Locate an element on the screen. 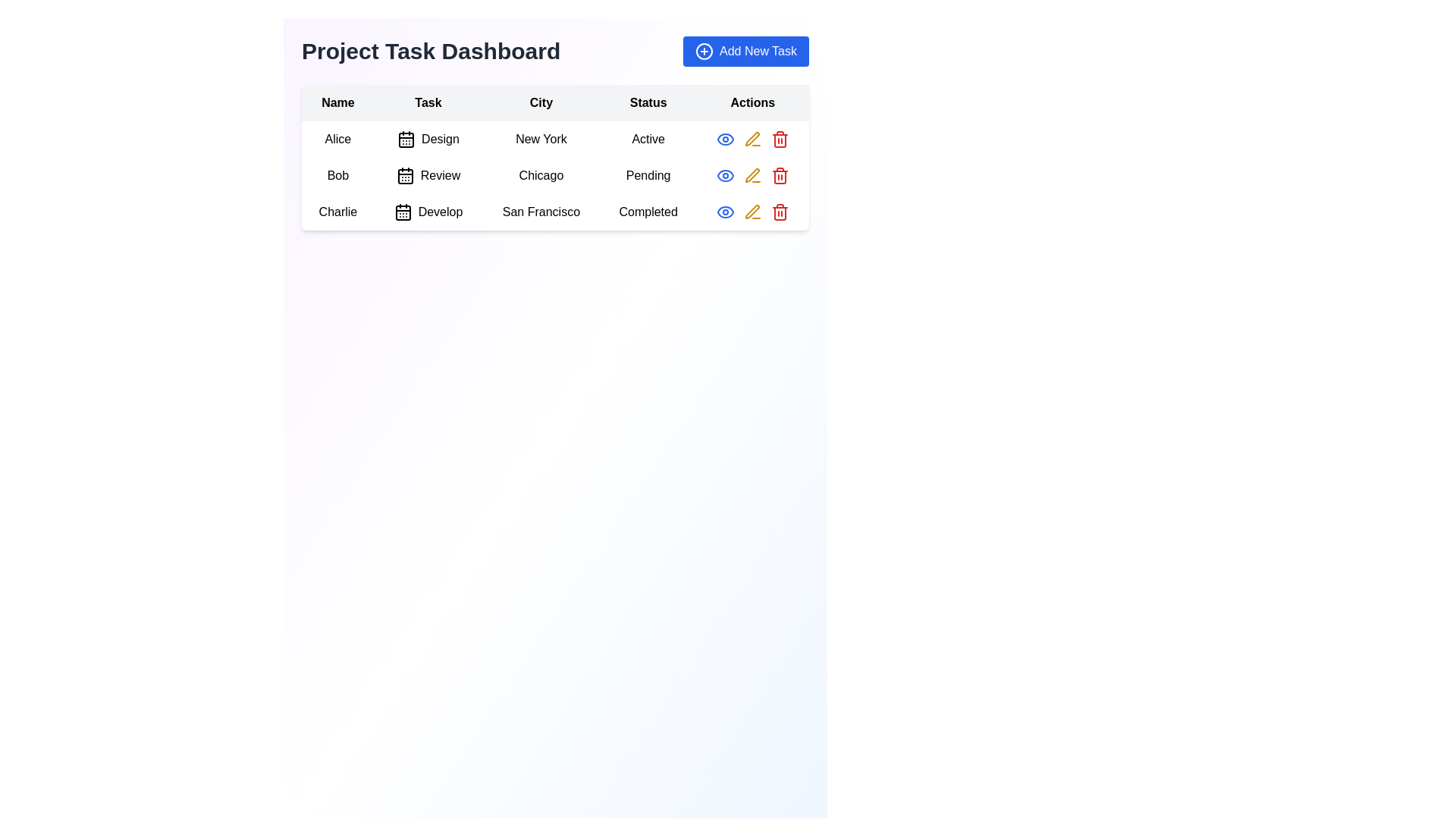  text from the label displaying 'Pending' located in the 'Status' column of the row associated with 'Bob' and 'Review' is located at coordinates (648, 174).